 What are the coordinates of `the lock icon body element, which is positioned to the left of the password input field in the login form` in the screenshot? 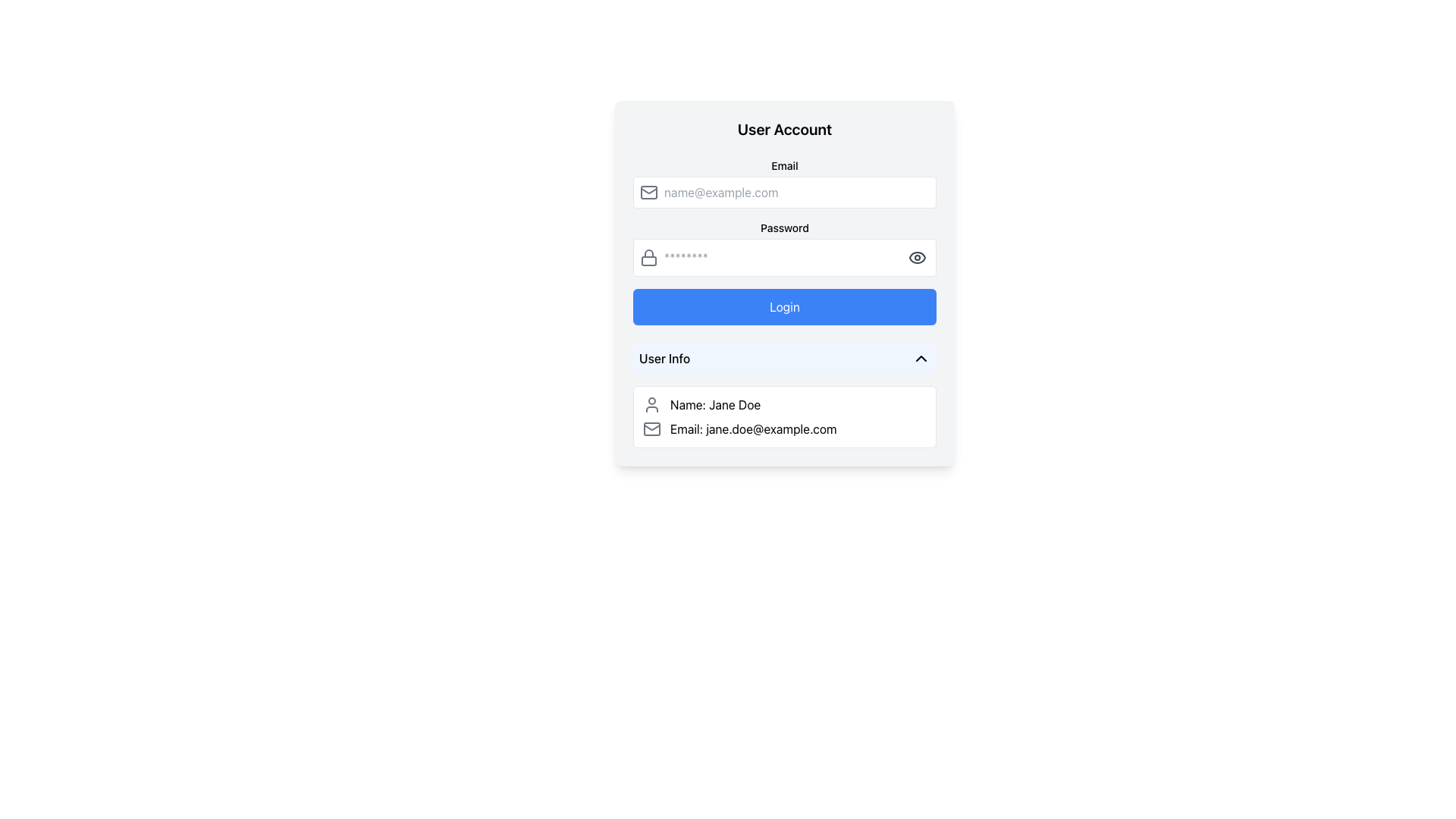 It's located at (648, 260).